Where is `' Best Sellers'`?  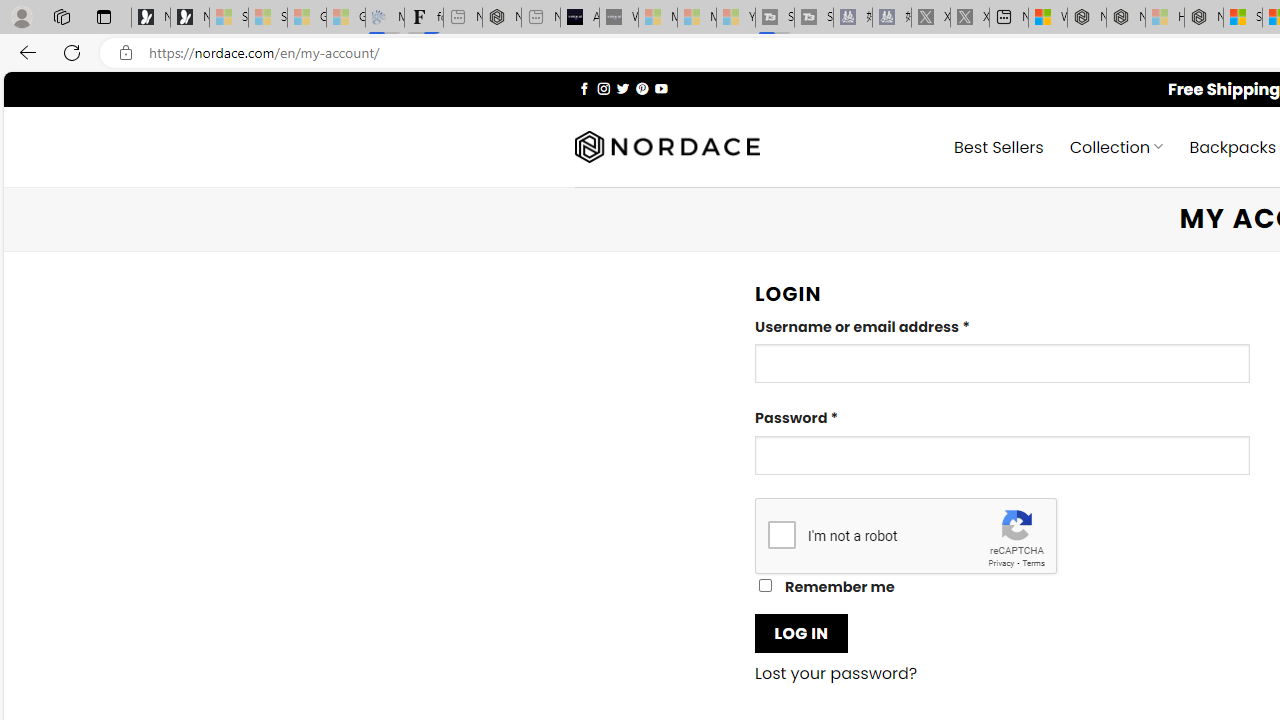
' Best Sellers' is located at coordinates (999, 145).